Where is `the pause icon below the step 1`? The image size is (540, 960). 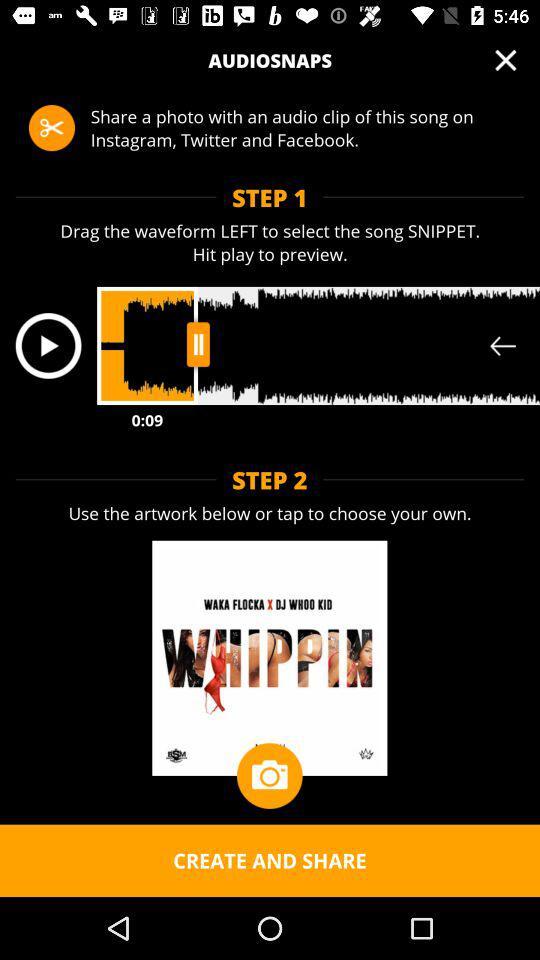 the pause icon below the step 1 is located at coordinates (198, 344).